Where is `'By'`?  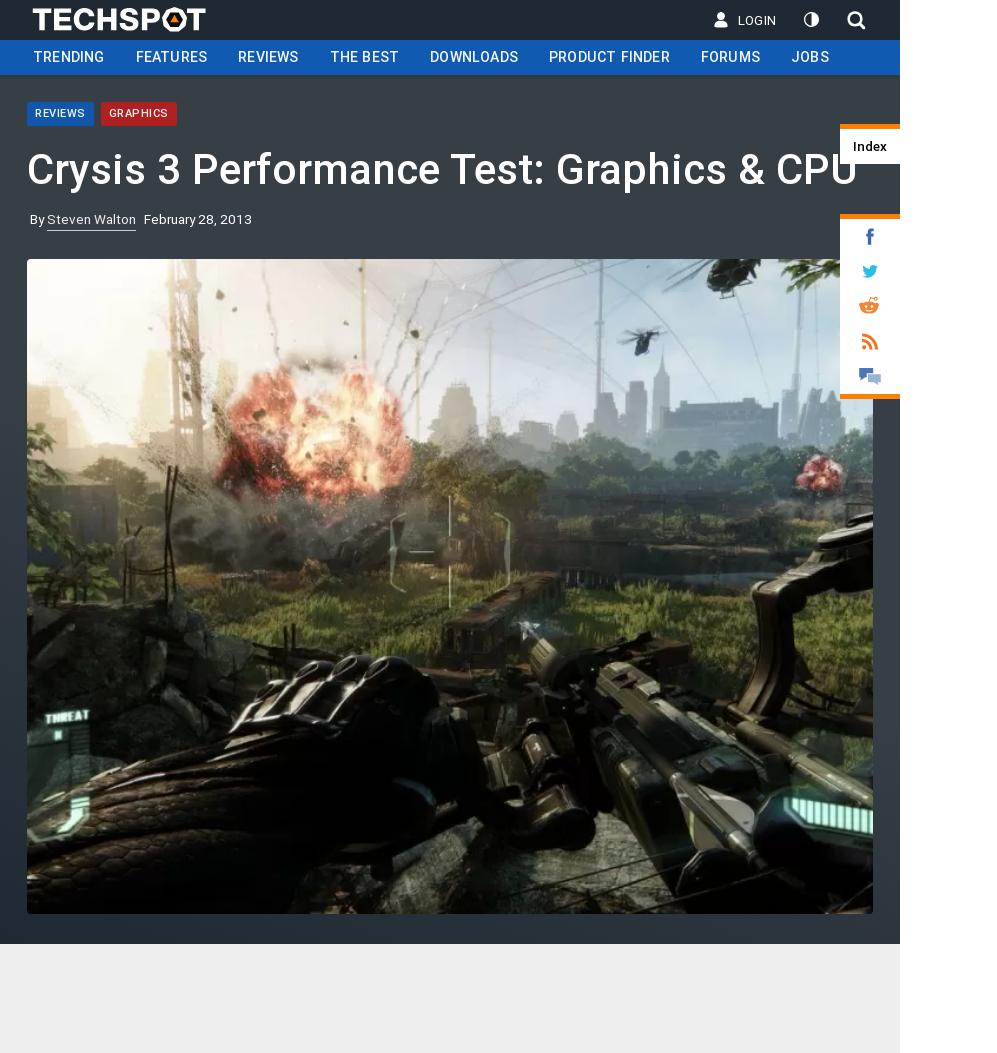 'By' is located at coordinates (38, 218).